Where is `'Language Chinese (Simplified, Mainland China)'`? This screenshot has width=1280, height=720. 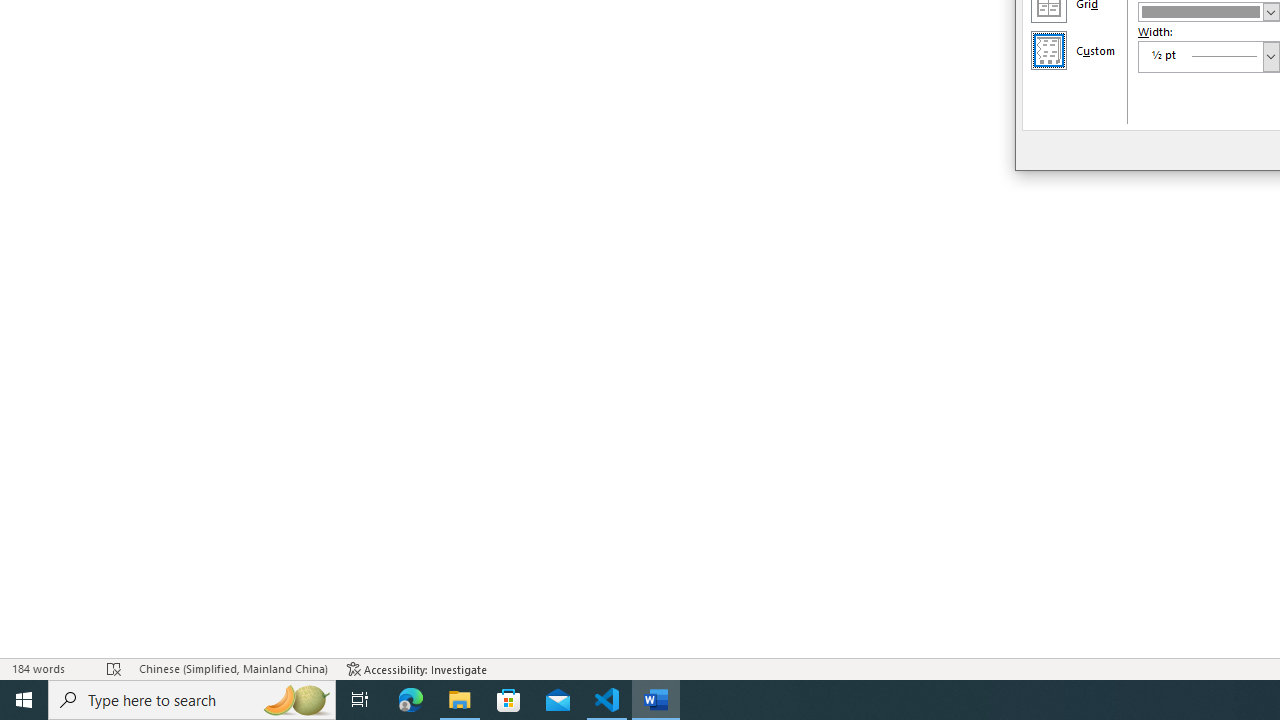
'Language Chinese (Simplified, Mainland China)' is located at coordinates (232, 669).